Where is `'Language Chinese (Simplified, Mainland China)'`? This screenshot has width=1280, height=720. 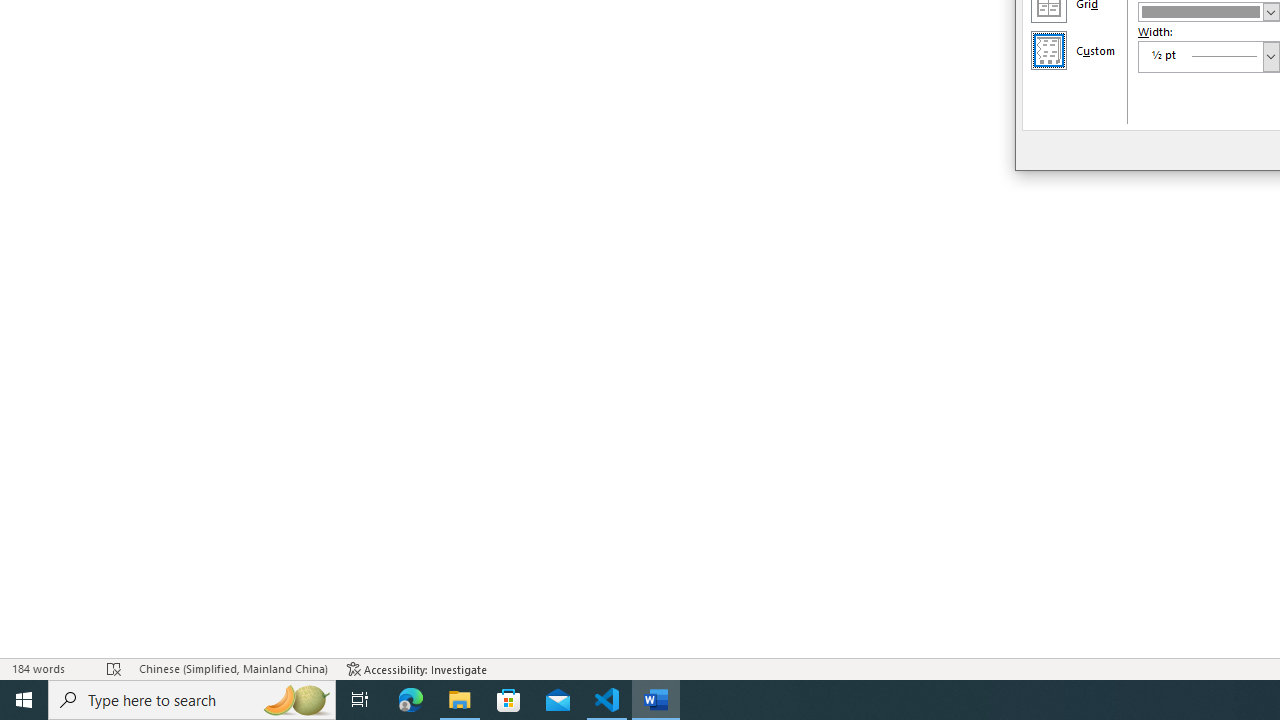
'Language Chinese (Simplified, Mainland China)' is located at coordinates (232, 669).